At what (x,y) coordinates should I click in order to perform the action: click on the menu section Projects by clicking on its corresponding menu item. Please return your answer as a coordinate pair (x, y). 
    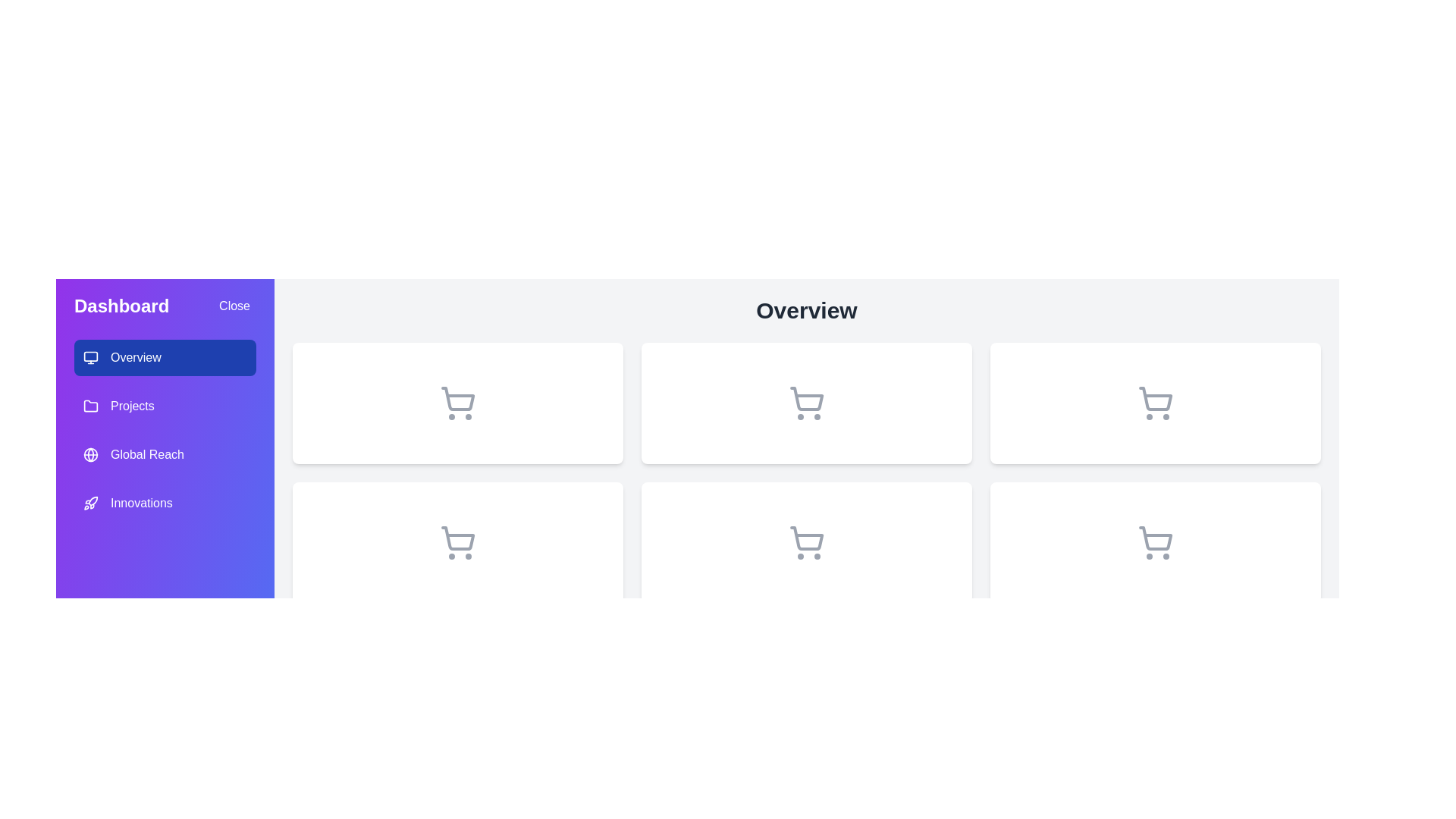
    Looking at the image, I should click on (165, 406).